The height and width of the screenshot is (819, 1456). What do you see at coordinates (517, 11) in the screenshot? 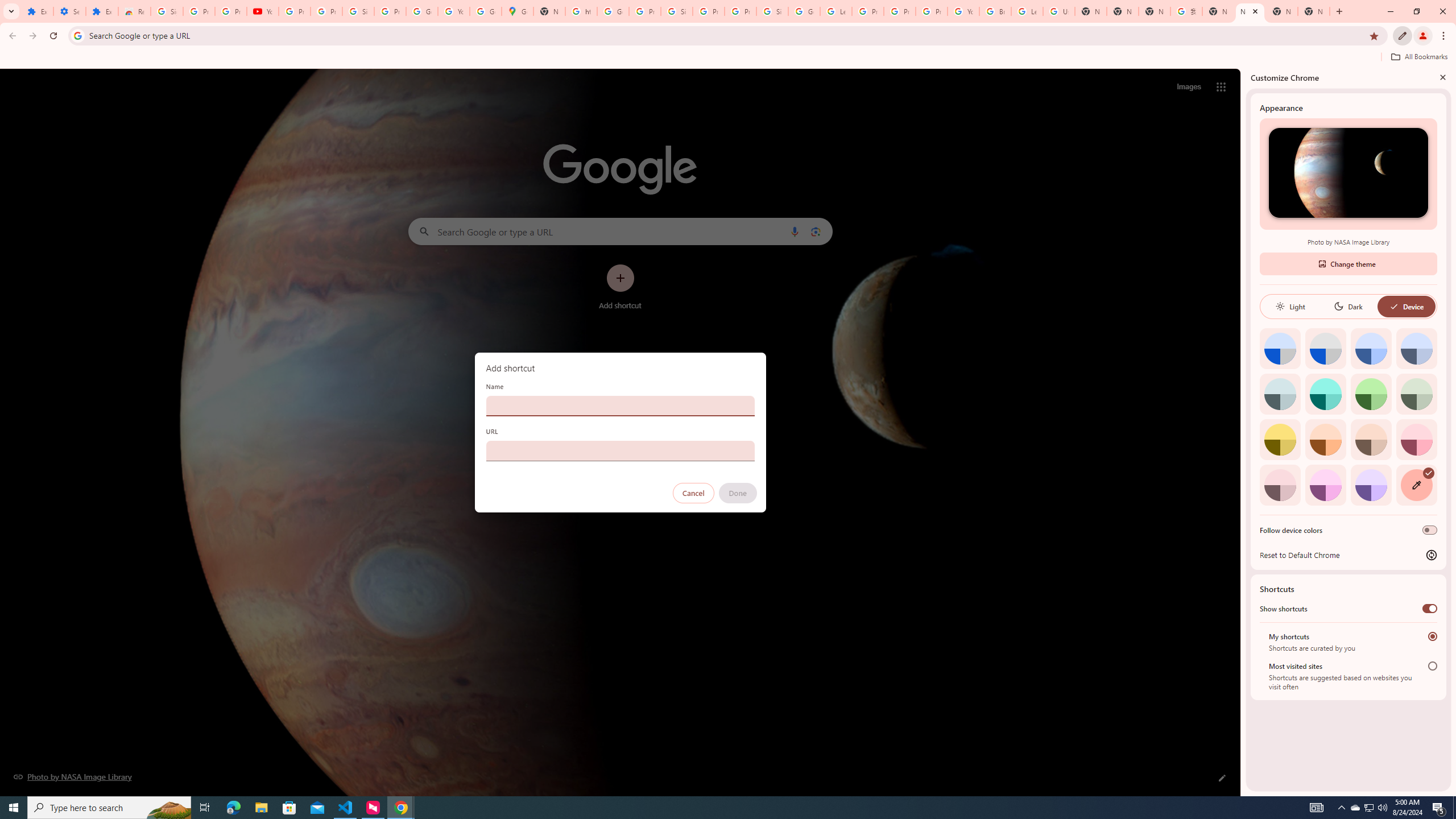
I see `'Google Maps'` at bounding box center [517, 11].